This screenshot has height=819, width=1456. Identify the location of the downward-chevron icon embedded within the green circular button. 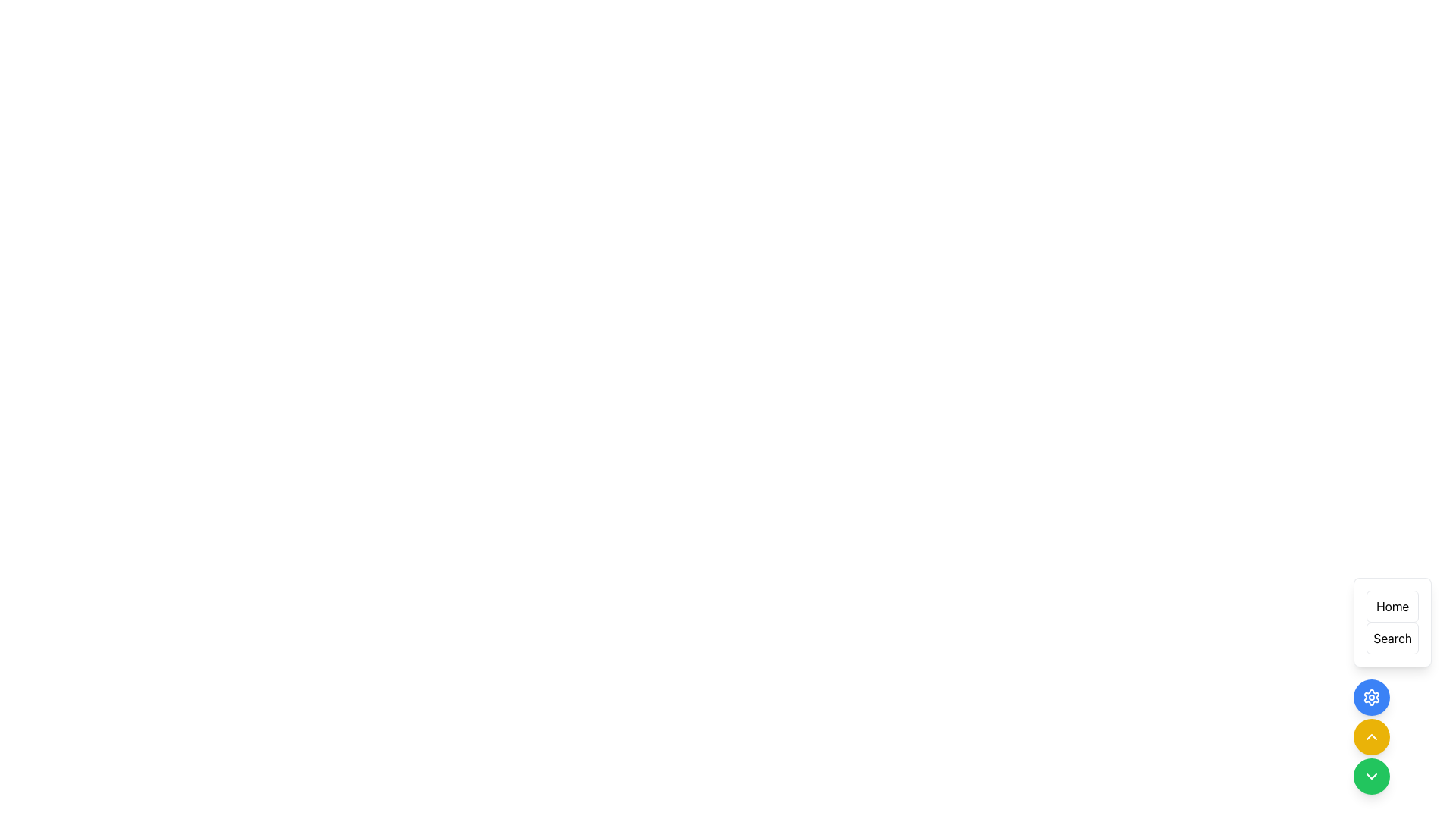
(1372, 776).